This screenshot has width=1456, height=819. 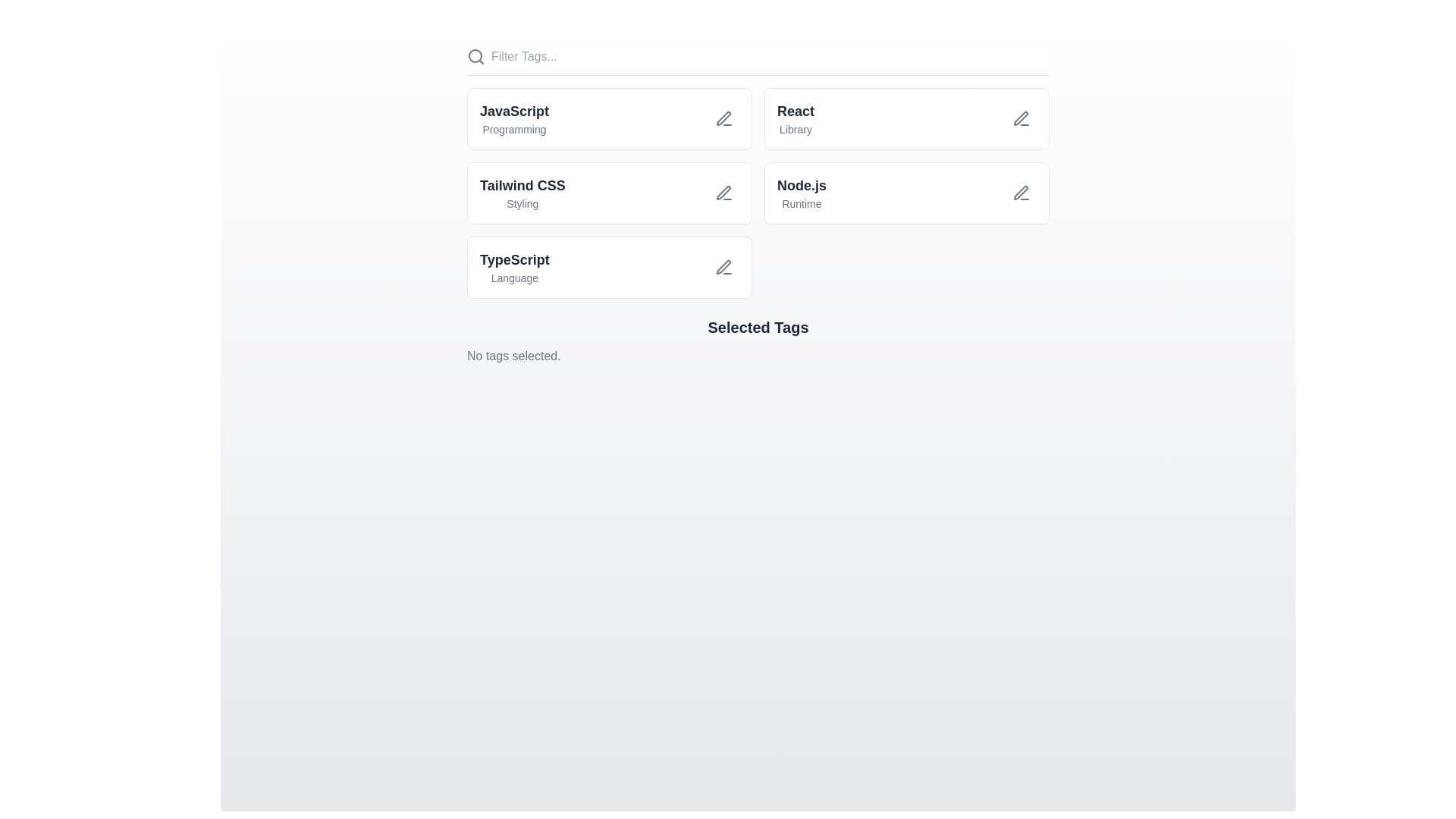 What do you see at coordinates (522, 185) in the screenshot?
I see `the bold text label reading 'Tailwind CSS' for accessibility purposes` at bounding box center [522, 185].